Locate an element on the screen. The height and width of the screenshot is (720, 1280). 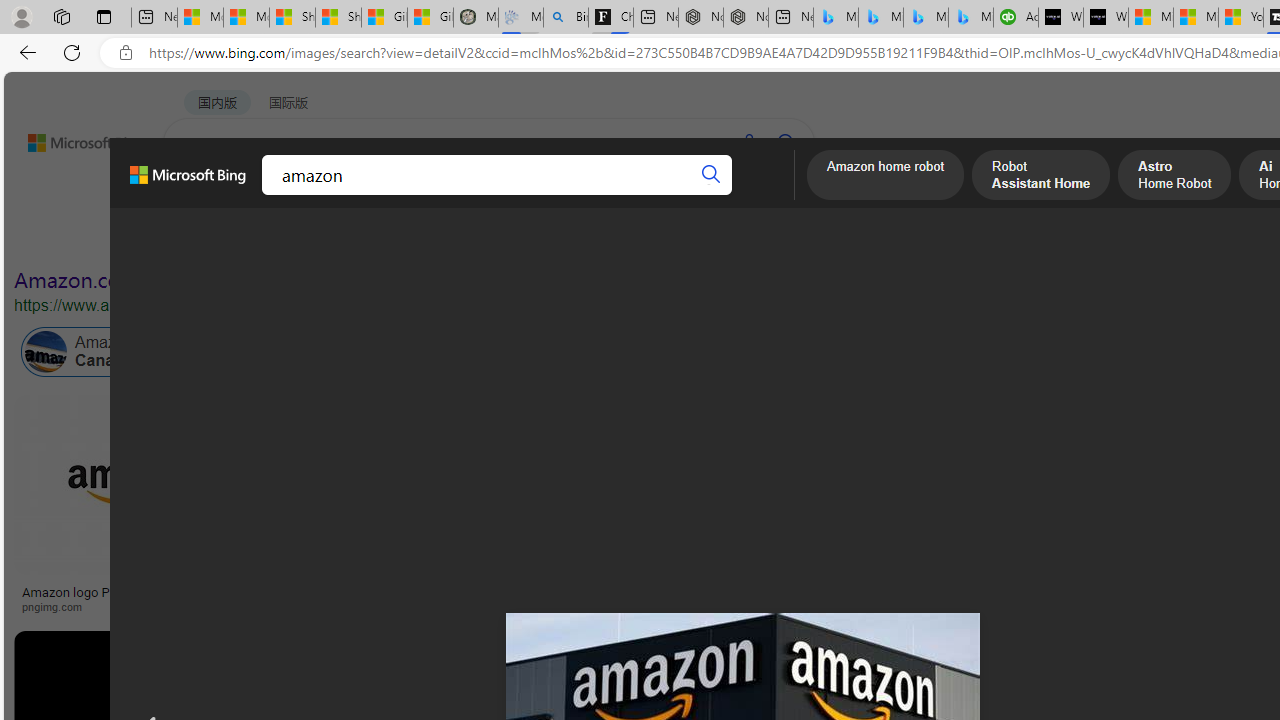
'People' is located at coordinates (521, 236).